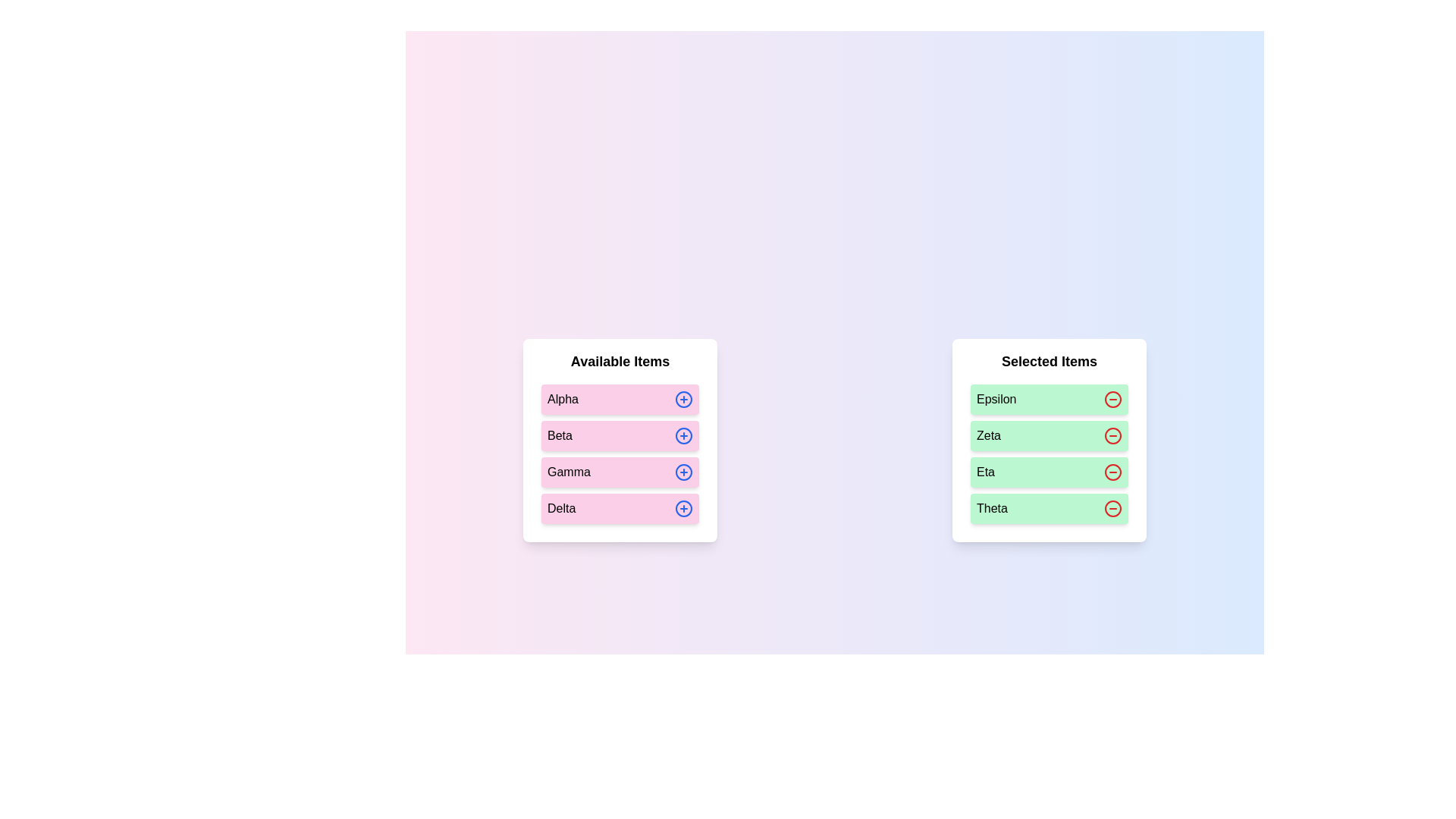 The height and width of the screenshot is (819, 1456). I want to click on plus icon next to the item Gamma in the 'Available Items' list to move it to the 'Selected Items' list, so click(683, 472).